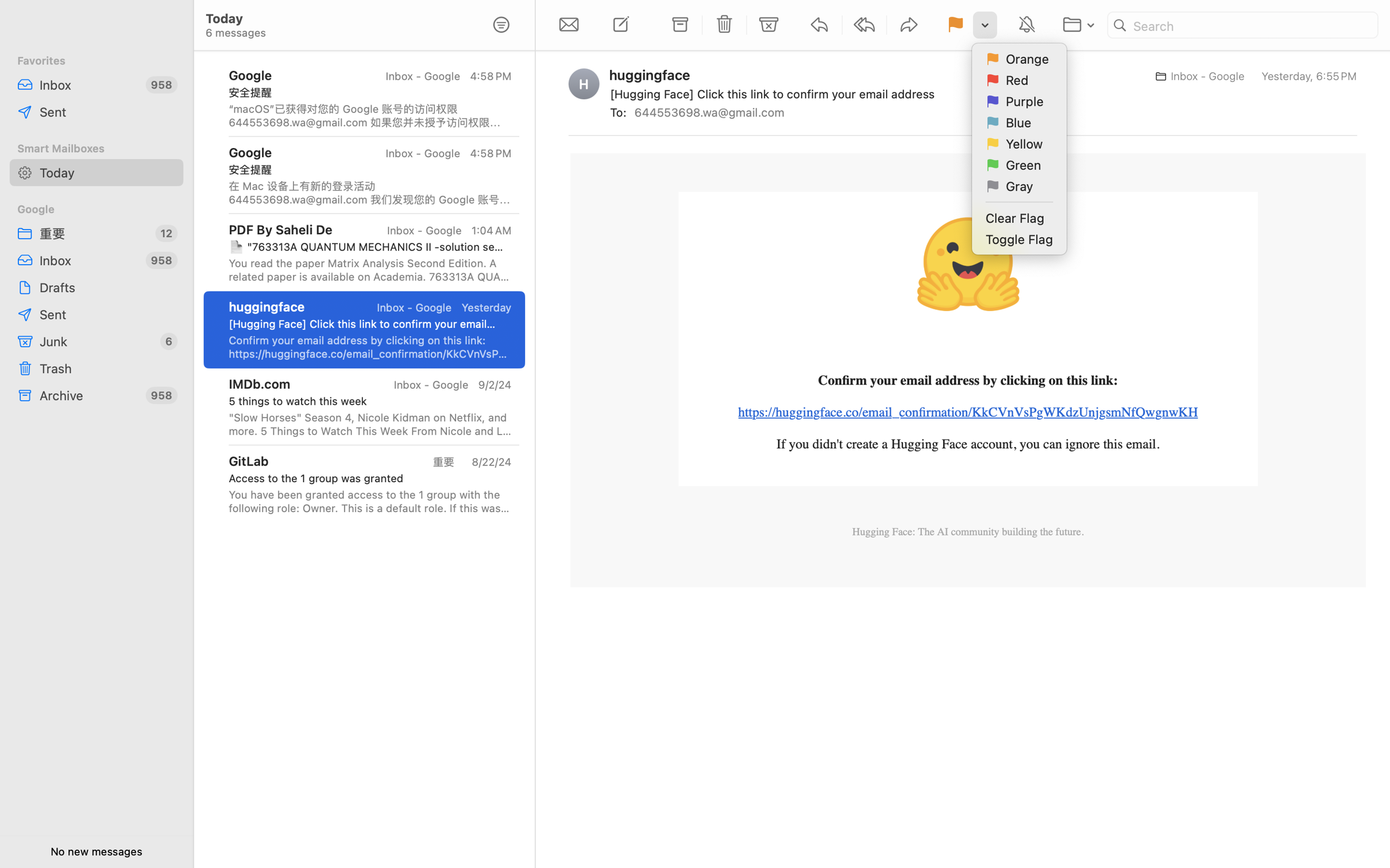 This screenshot has width=1390, height=868. Describe the element at coordinates (370, 502) in the screenshot. I see `'You have been granted access to the 1 group with the following role: Owner. This is a default role. If this was a mistake you can leave the group. You'` at that location.